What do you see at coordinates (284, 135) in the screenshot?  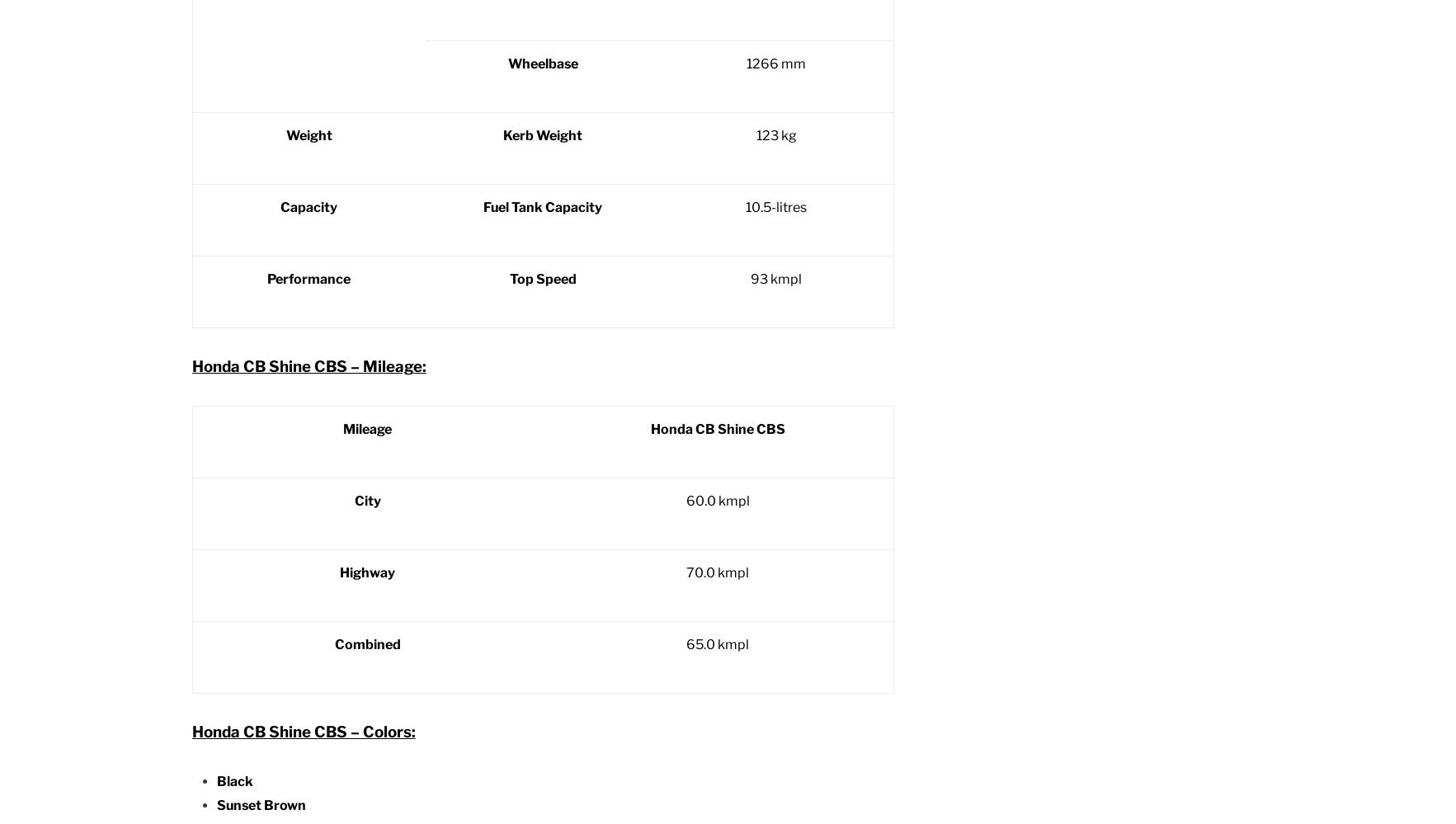 I see `'Weight'` at bounding box center [284, 135].